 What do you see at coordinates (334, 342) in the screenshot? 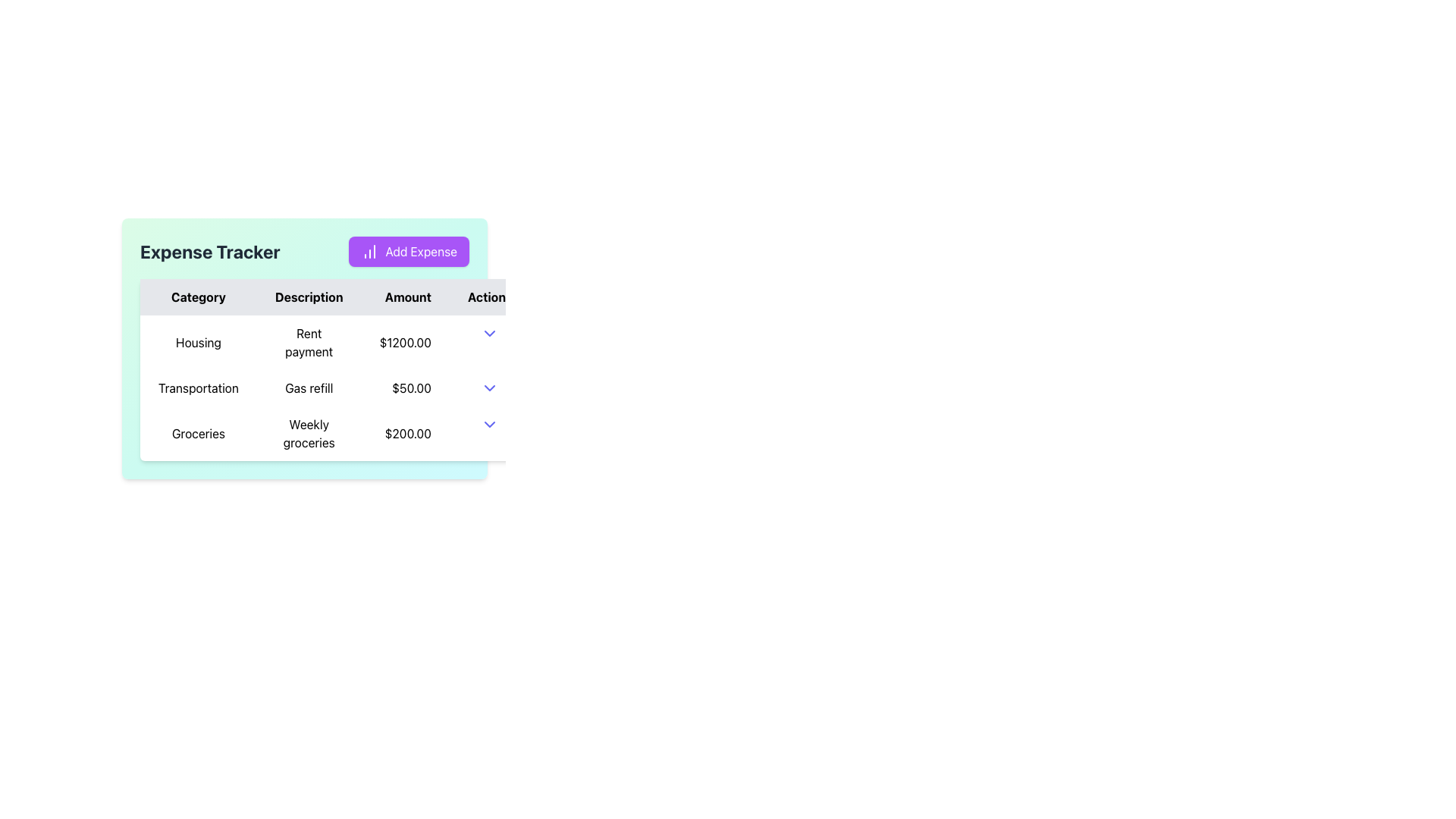
I see `the first row in the expense table that displays details of a specific category of expense, located directly above the 'Transportation Gas refill $50.00' row` at bounding box center [334, 342].